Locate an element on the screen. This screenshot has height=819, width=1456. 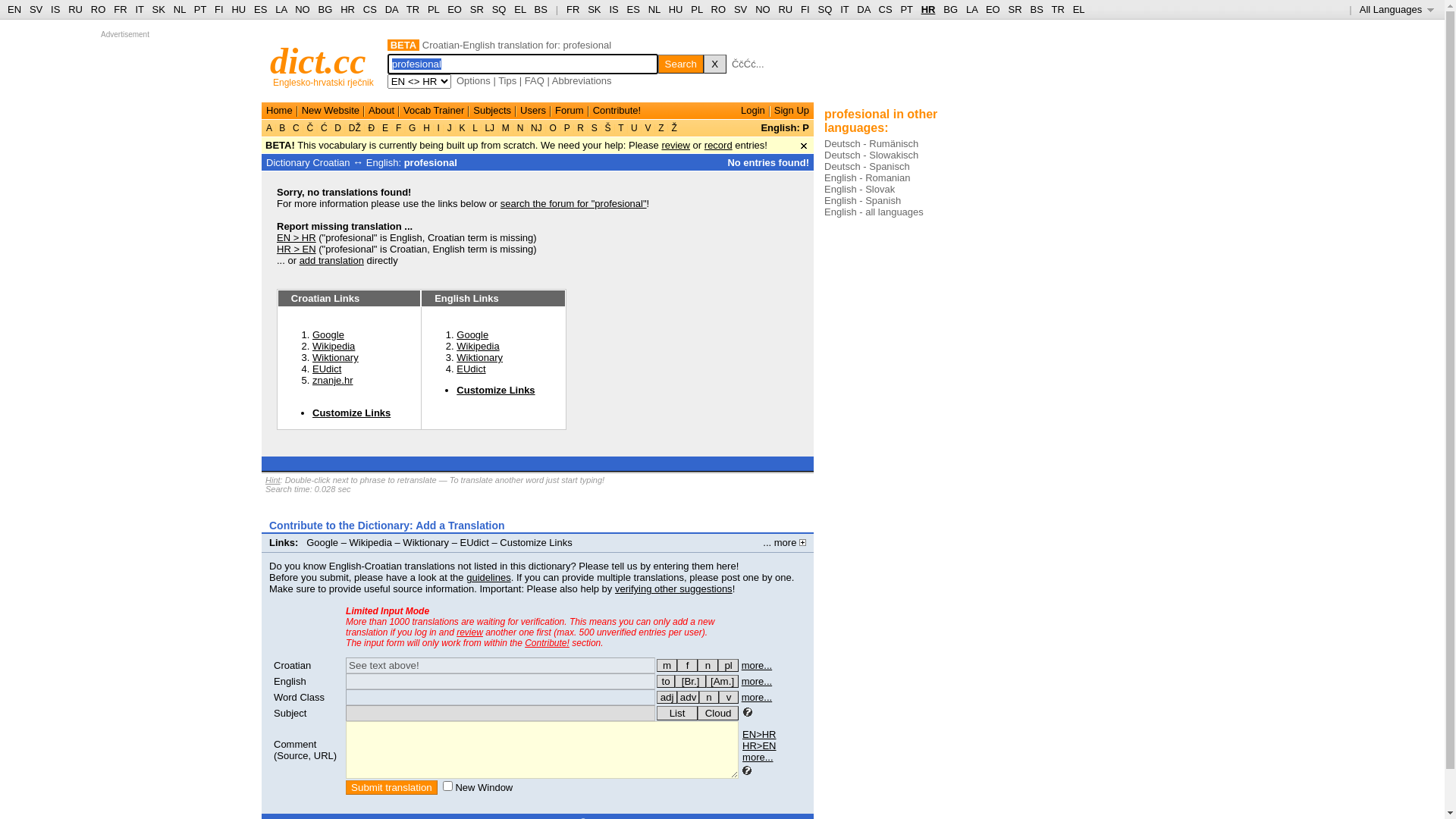
'S' is located at coordinates (588, 127).